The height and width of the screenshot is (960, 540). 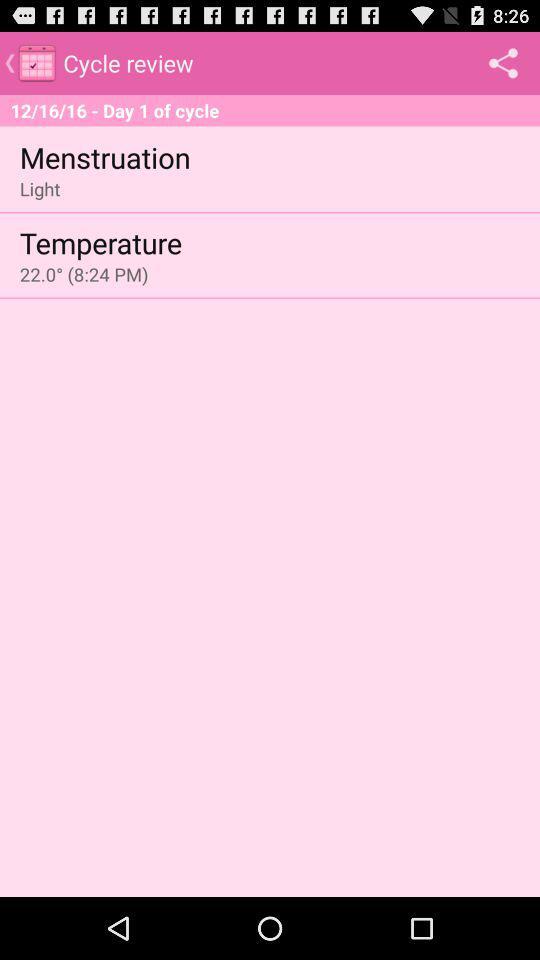 I want to click on the app below light app, so click(x=100, y=241).